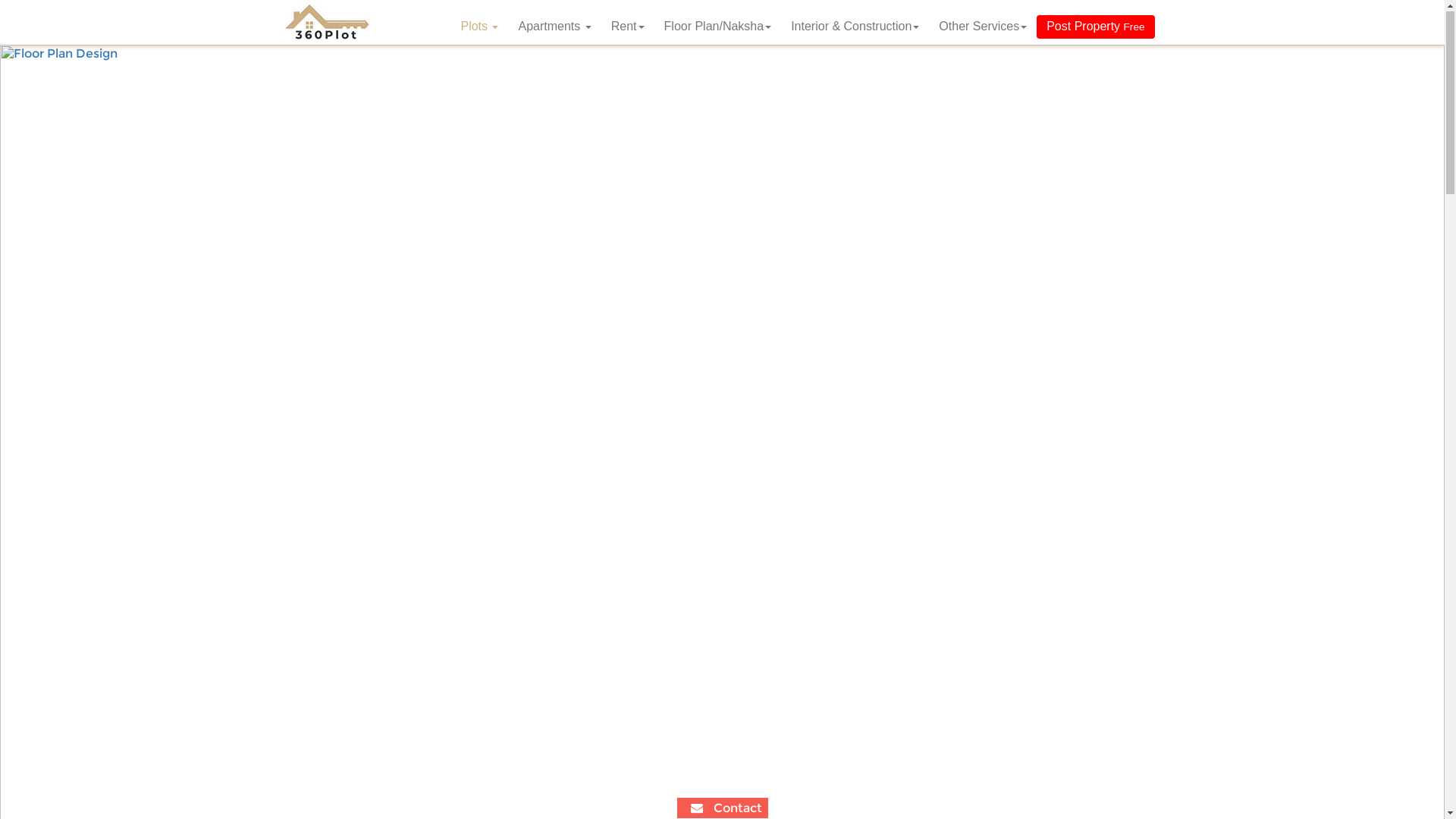 Image resolution: width=1456 pixels, height=819 pixels. What do you see at coordinates (717, 27) in the screenshot?
I see `'Floor Plan/Naksha'` at bounding box center [717, 27].